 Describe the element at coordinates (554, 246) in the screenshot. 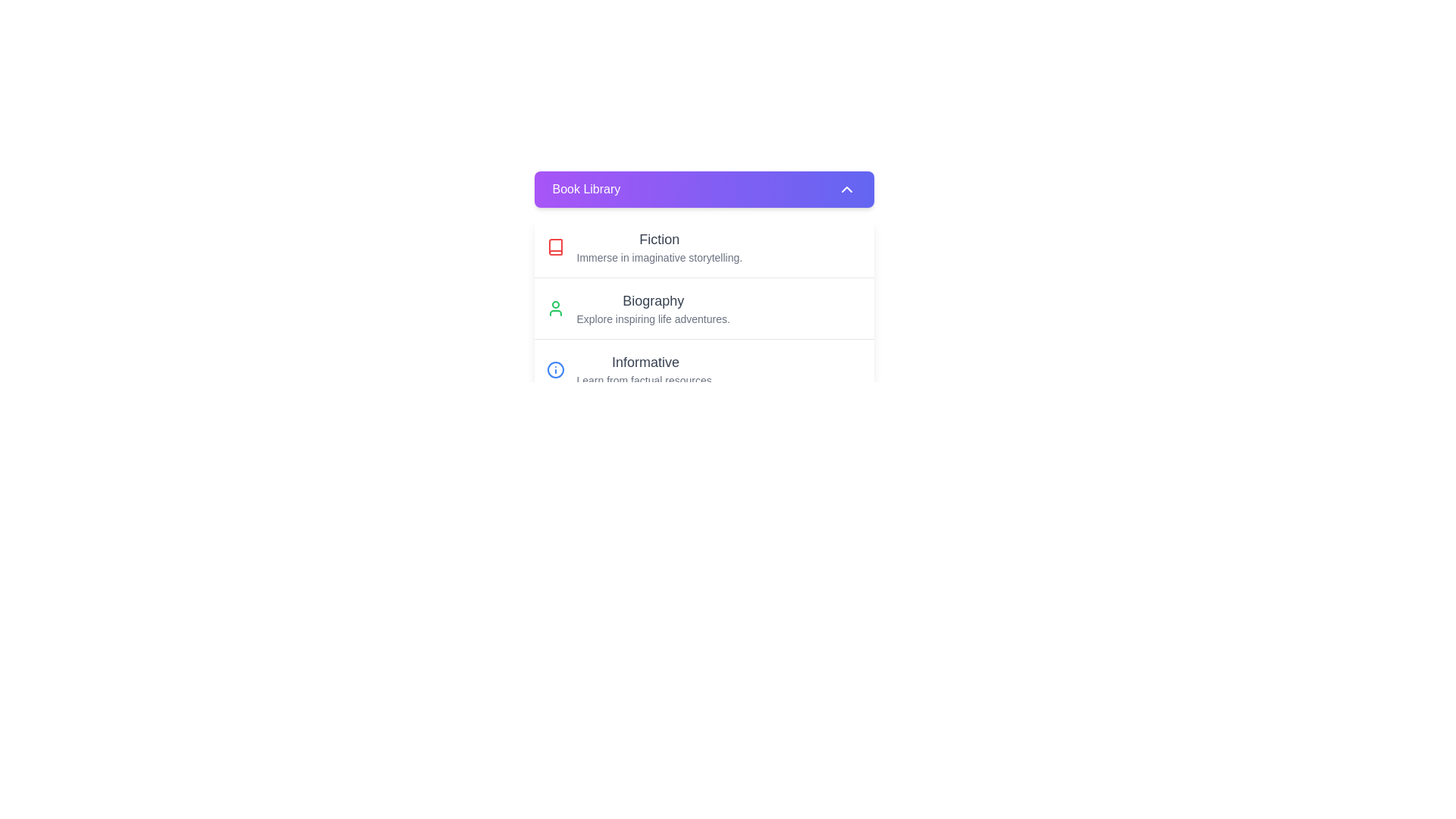

I see `the graphical icon representing the 'Fiction' section in the library, located beside the 'Fiction' label at the top left of the category list` at that location.